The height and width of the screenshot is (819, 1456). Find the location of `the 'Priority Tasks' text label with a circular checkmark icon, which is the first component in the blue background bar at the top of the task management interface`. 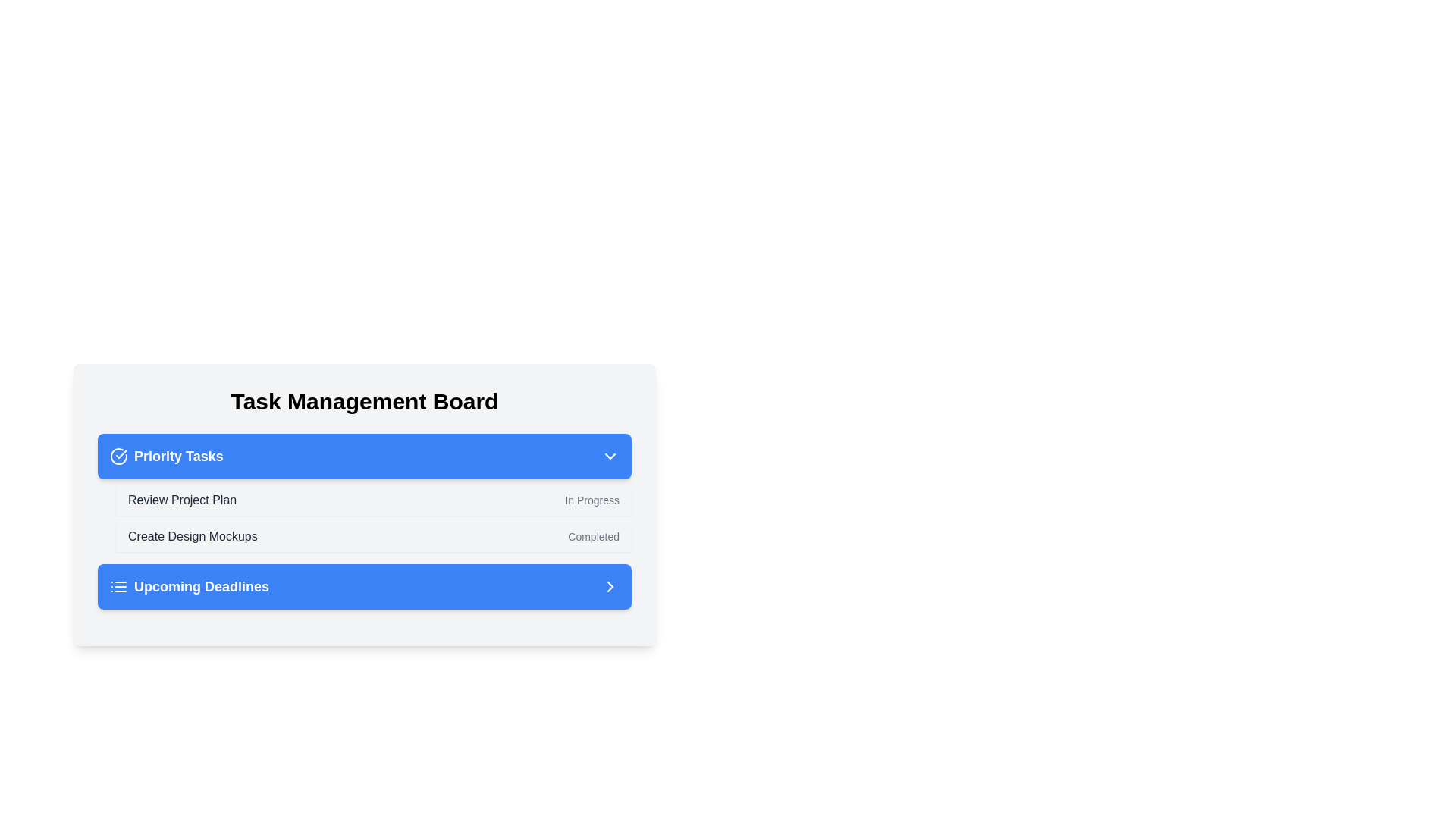

the 'Priority Tasks' text label with a circular checkmark icon, which is the first component in the blue background bar at the top of the task management interface is located at coordinates (166, 455).